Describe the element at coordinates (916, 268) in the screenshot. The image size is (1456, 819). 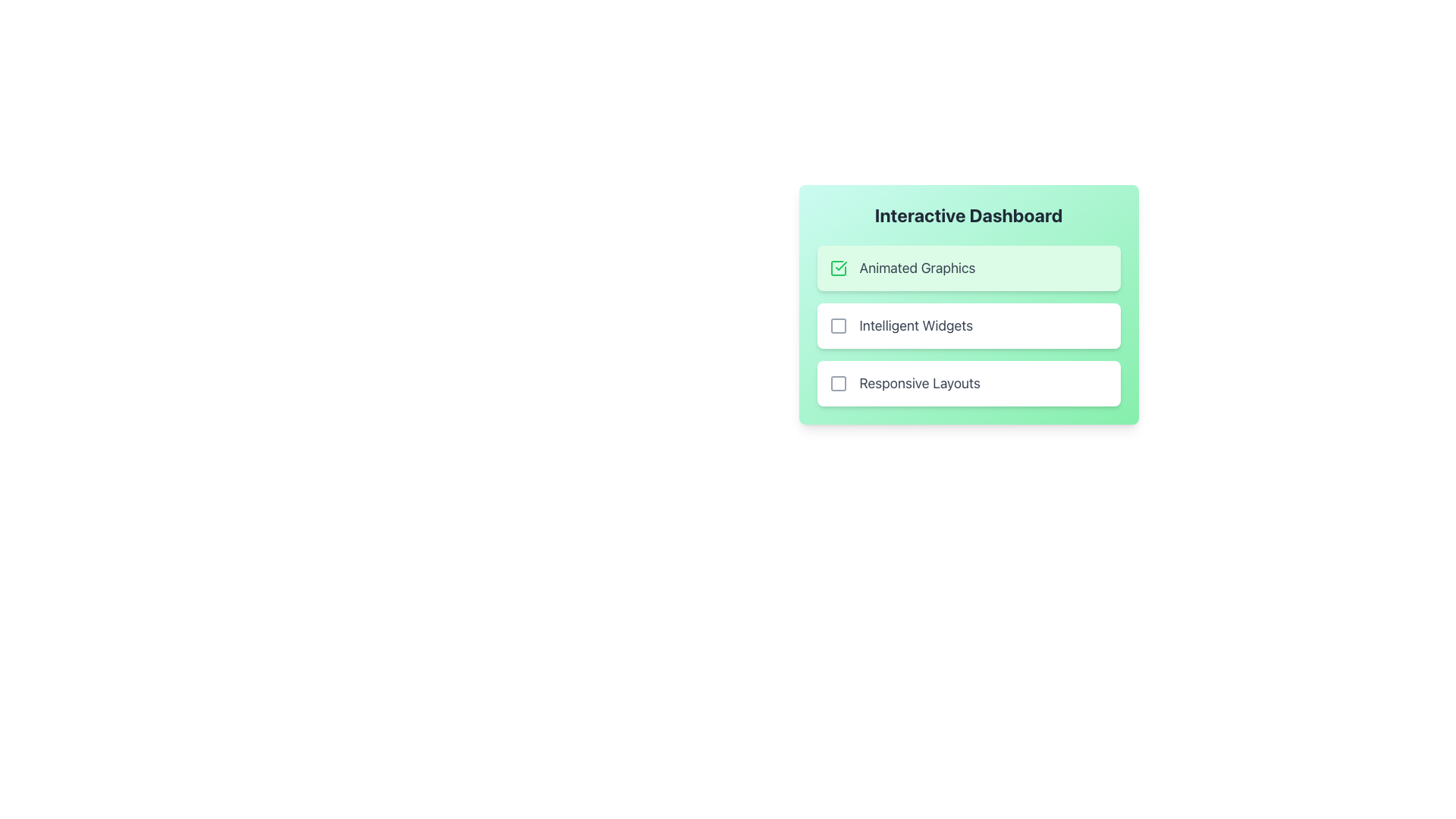
I see `the Static Text Label for 'Animated Graphics' located at the top of the list in the 'Interactive Dashboard' panel` at that location.